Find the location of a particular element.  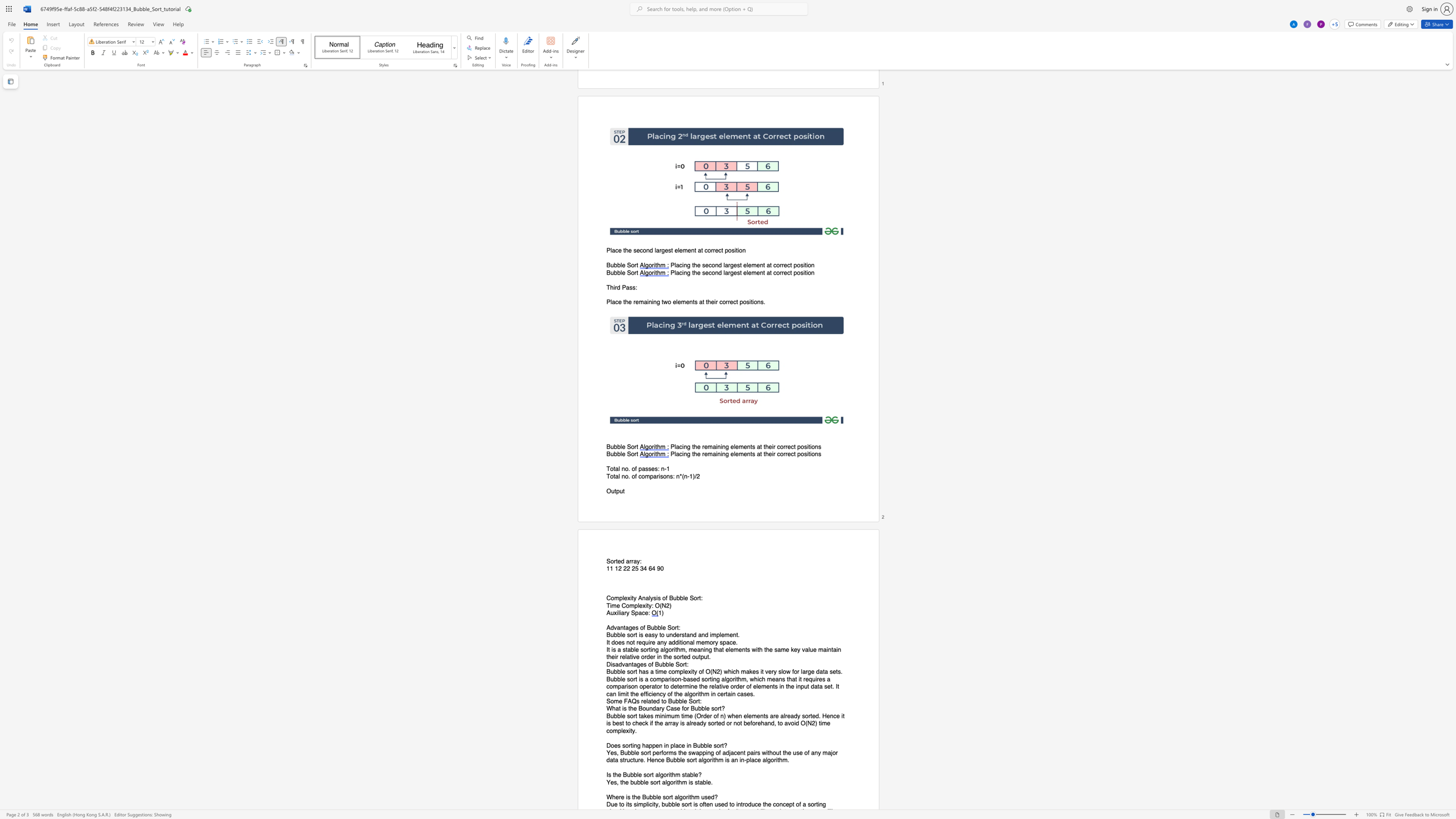

the 1th character "b" in the text is located at coordinates (615, 447).